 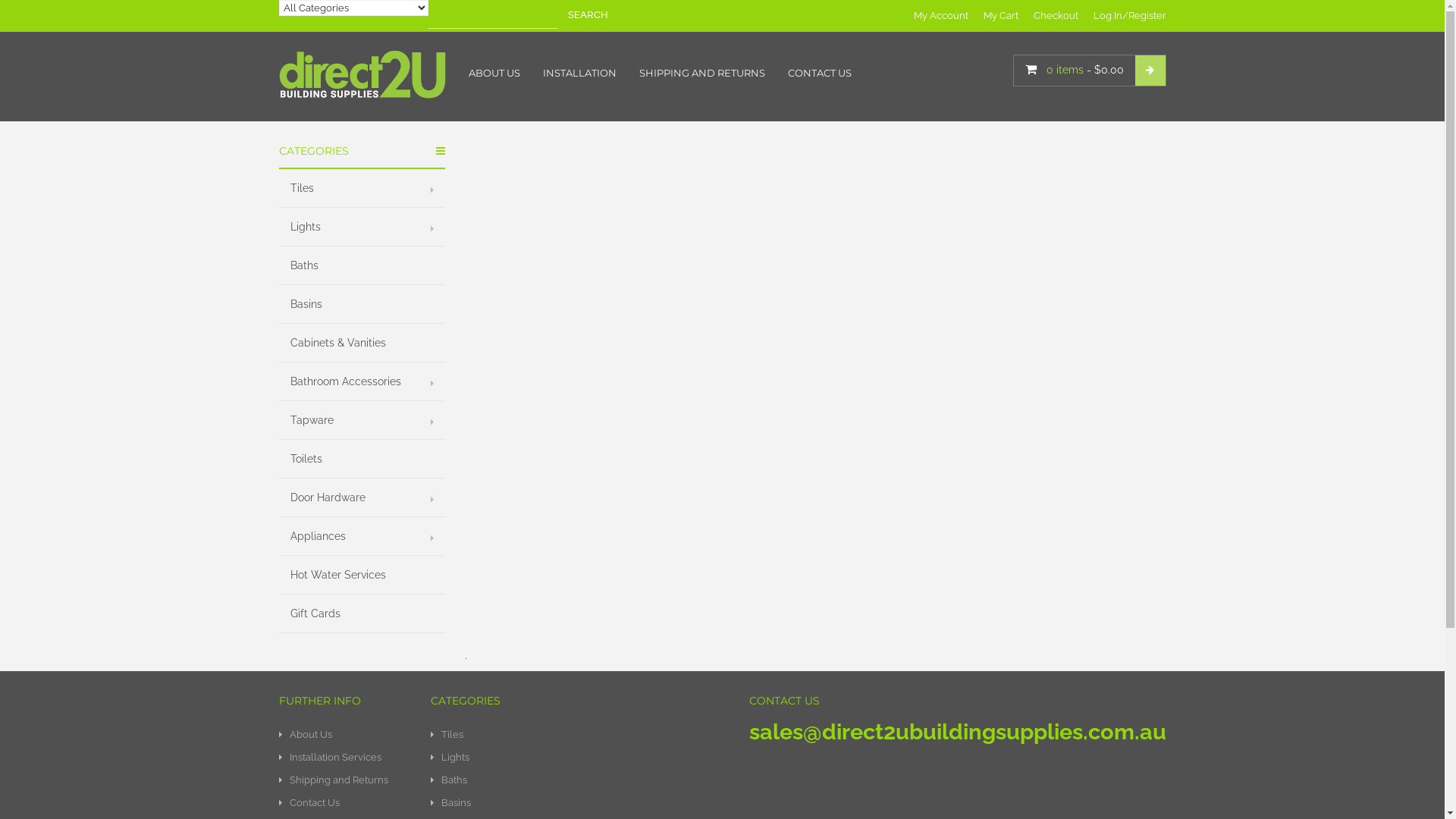 I want to click on '0 items - $0.00', so click(x=1088, y=70).